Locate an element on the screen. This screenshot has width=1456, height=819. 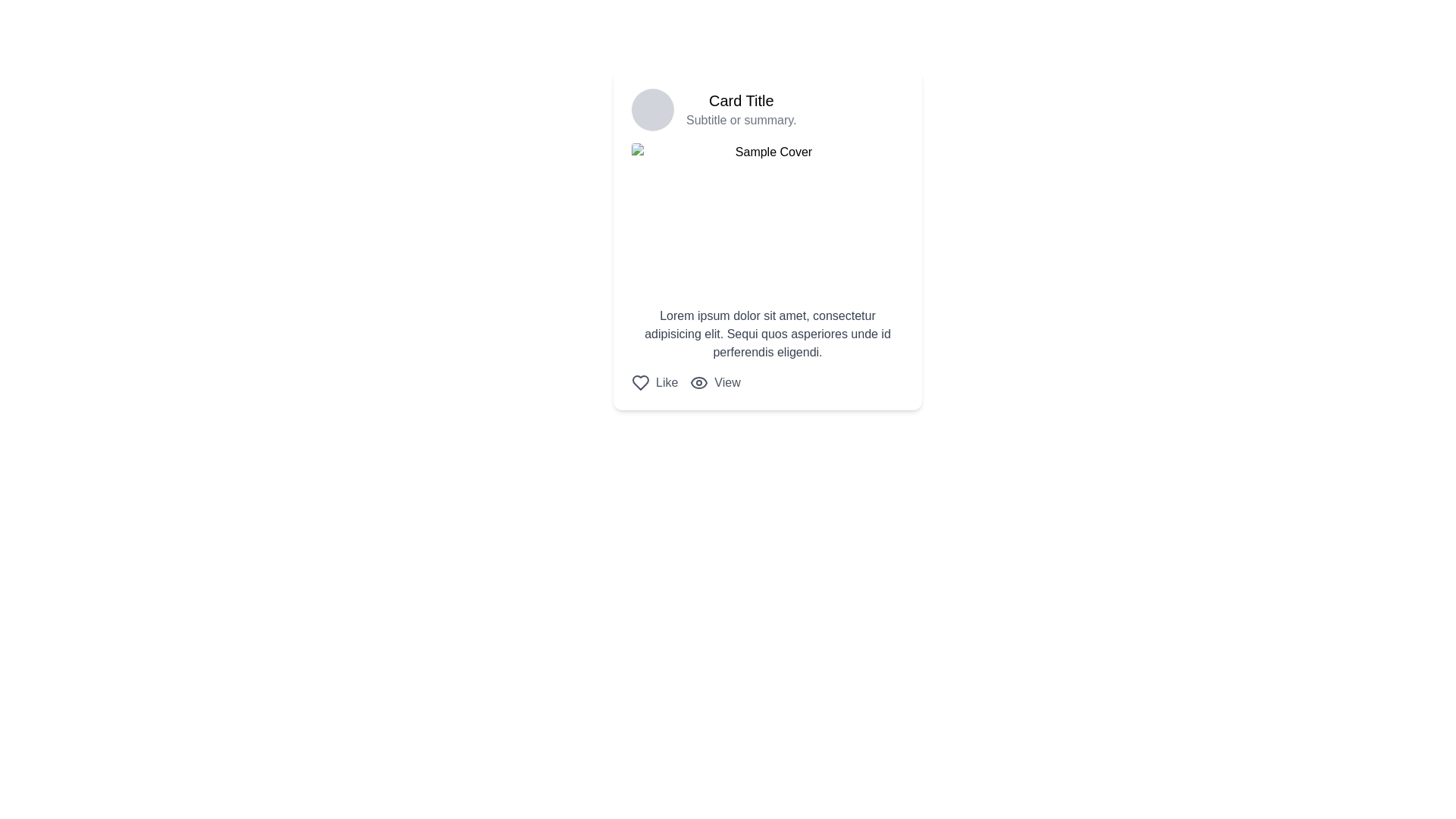
the 'Like' SVG Vector Icon located at the bottom-left corner of the card layout is located at coordinates (640, 382).